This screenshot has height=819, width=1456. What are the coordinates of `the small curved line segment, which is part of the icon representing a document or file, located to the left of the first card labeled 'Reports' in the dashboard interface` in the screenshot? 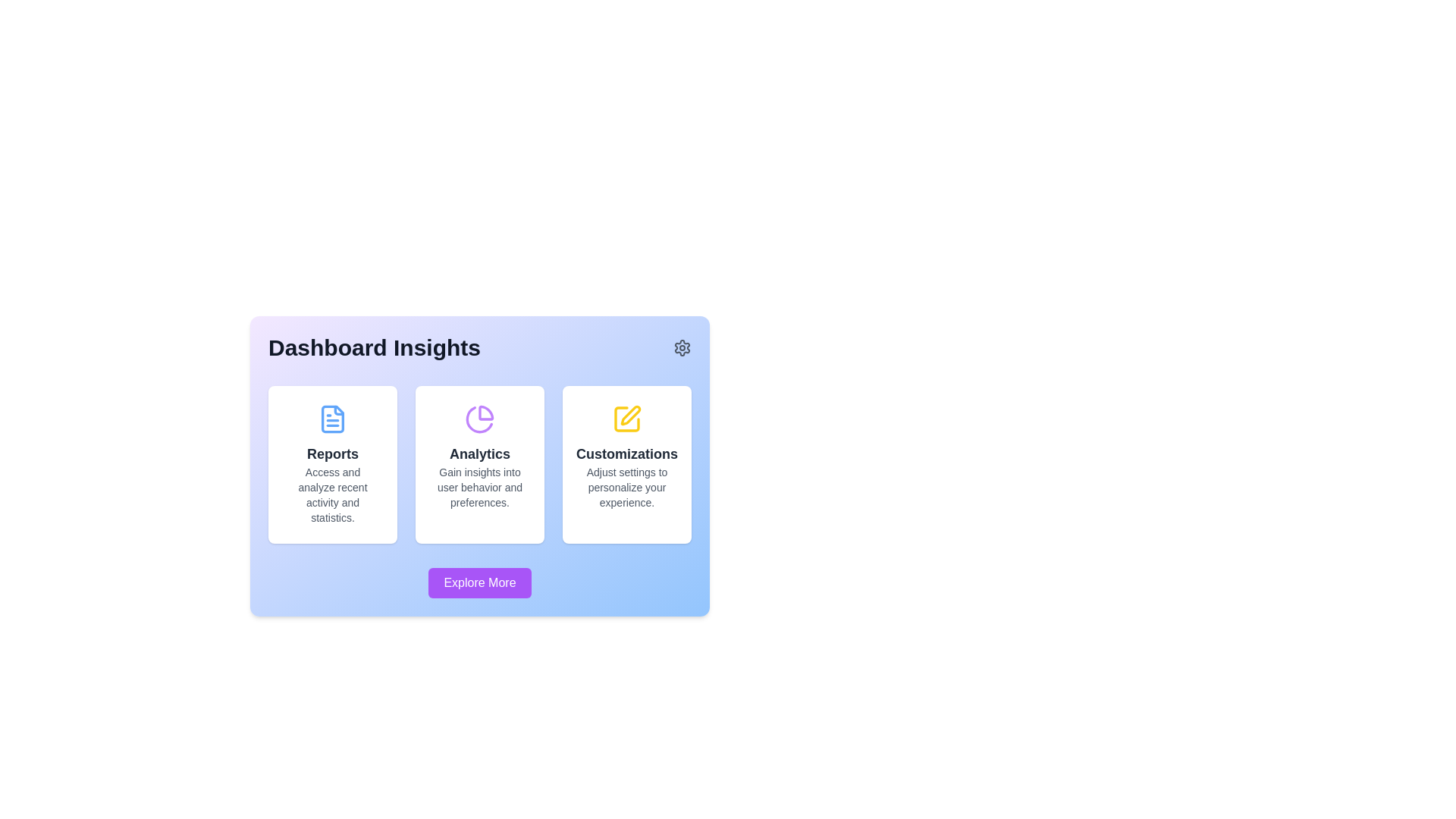 It's located at (338, 410).